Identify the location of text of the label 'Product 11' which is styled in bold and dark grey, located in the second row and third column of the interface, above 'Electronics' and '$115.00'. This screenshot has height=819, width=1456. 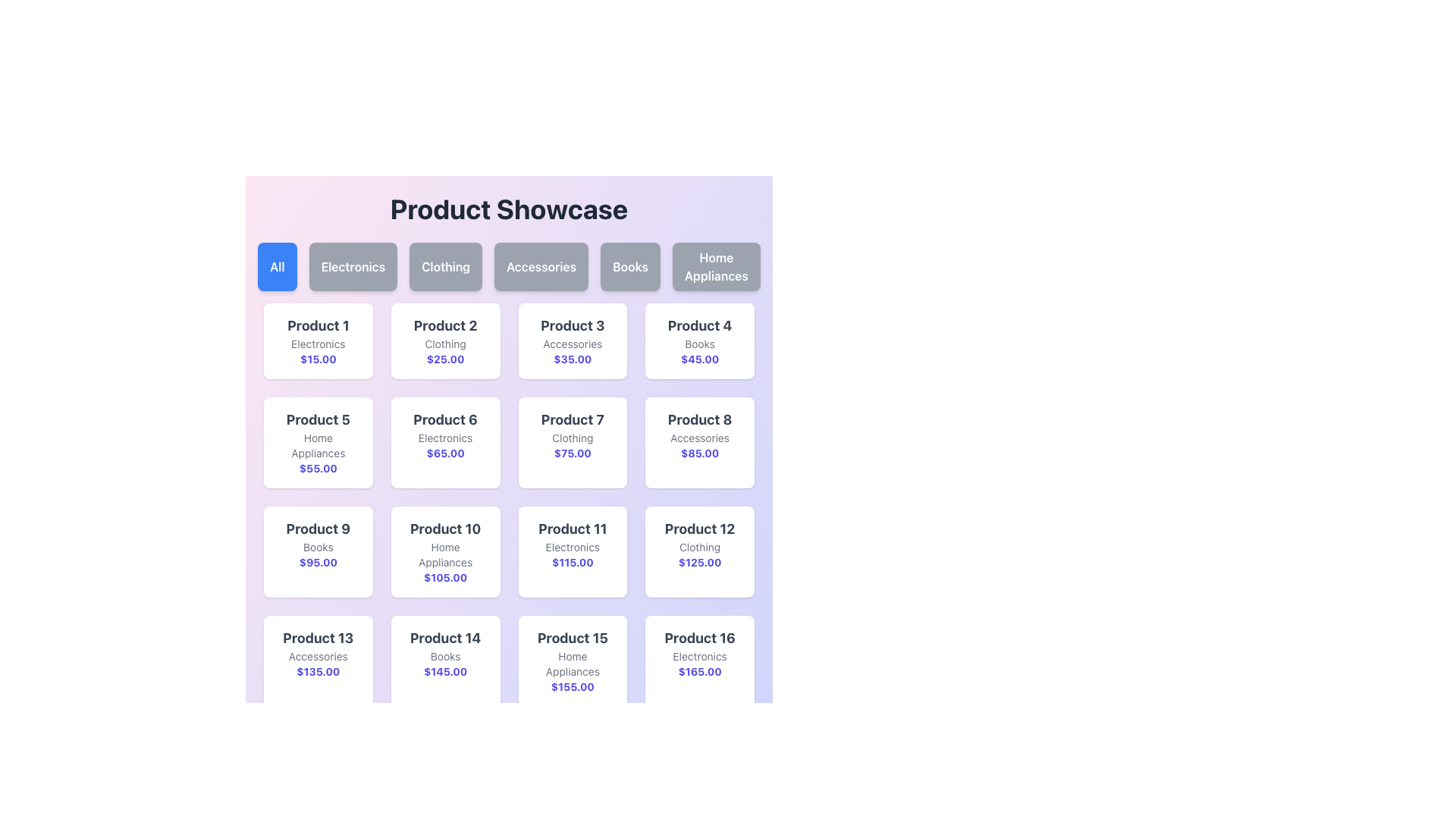
(572, 529).